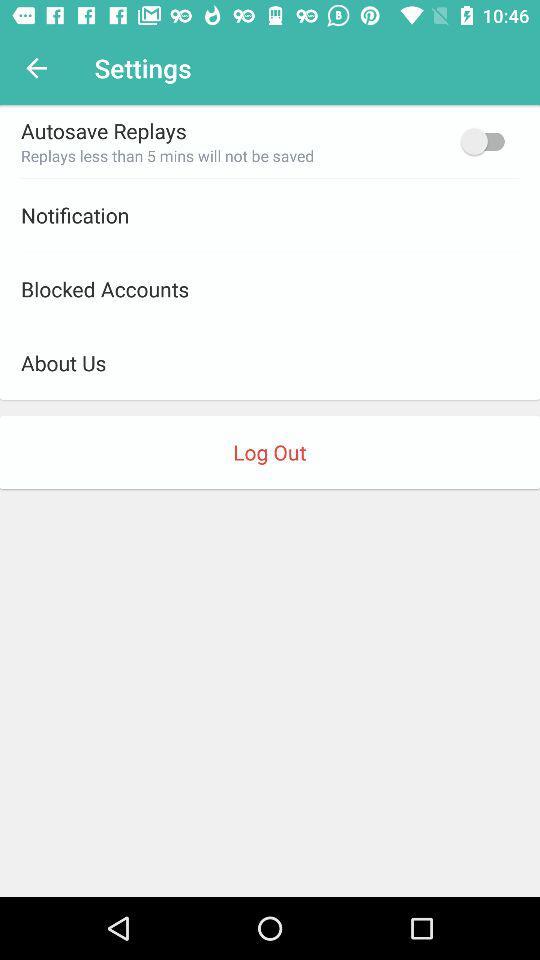 The width and height of the screenshot is (540, 960). What do you see at coordinates (486, 140) in the screenshot?
I see `the item next to replays less than` at bounding box center [486, 140].